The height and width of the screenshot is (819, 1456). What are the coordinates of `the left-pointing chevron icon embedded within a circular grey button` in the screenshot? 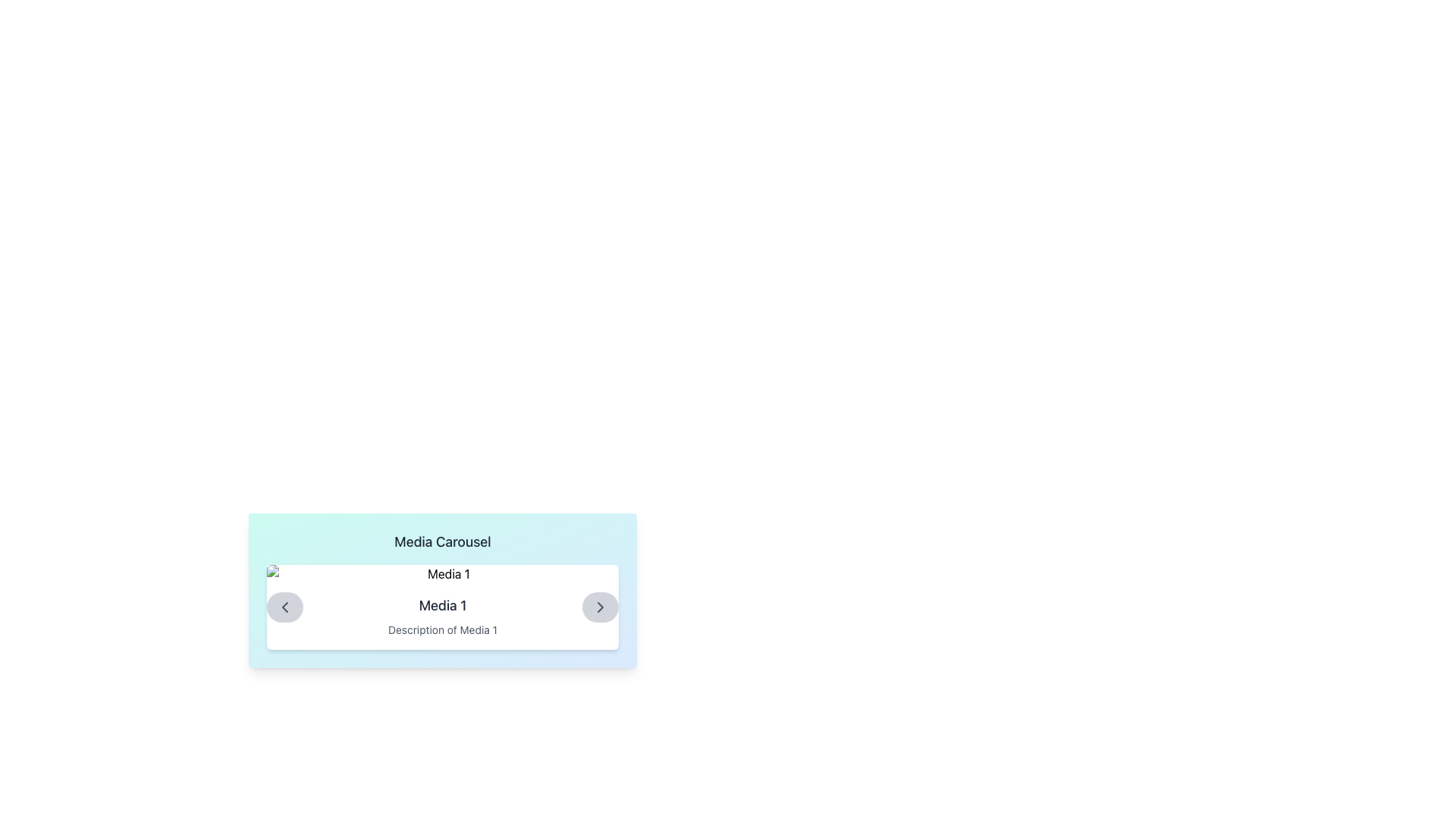 It's located at (284, 607).